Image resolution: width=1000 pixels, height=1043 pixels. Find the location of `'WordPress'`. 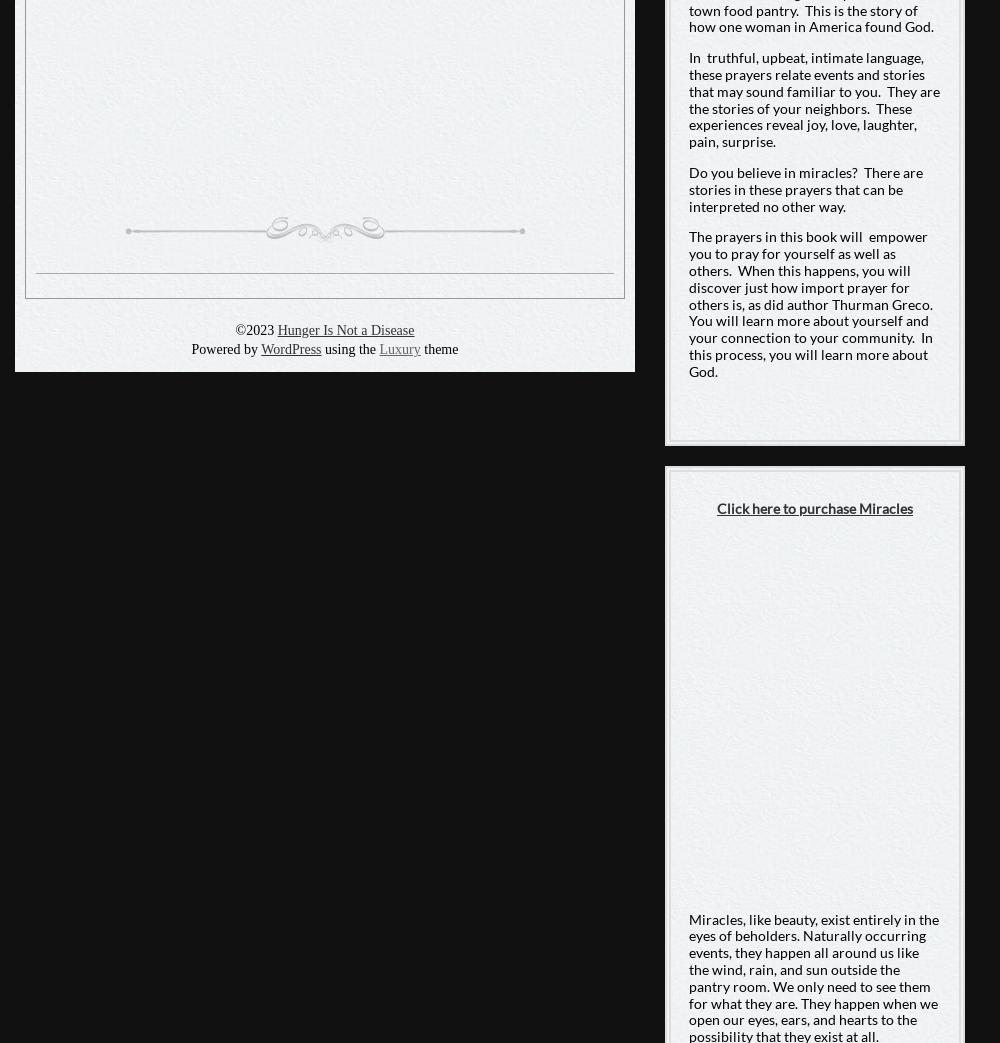

'WordPress' is located at coordinates (291, 348).